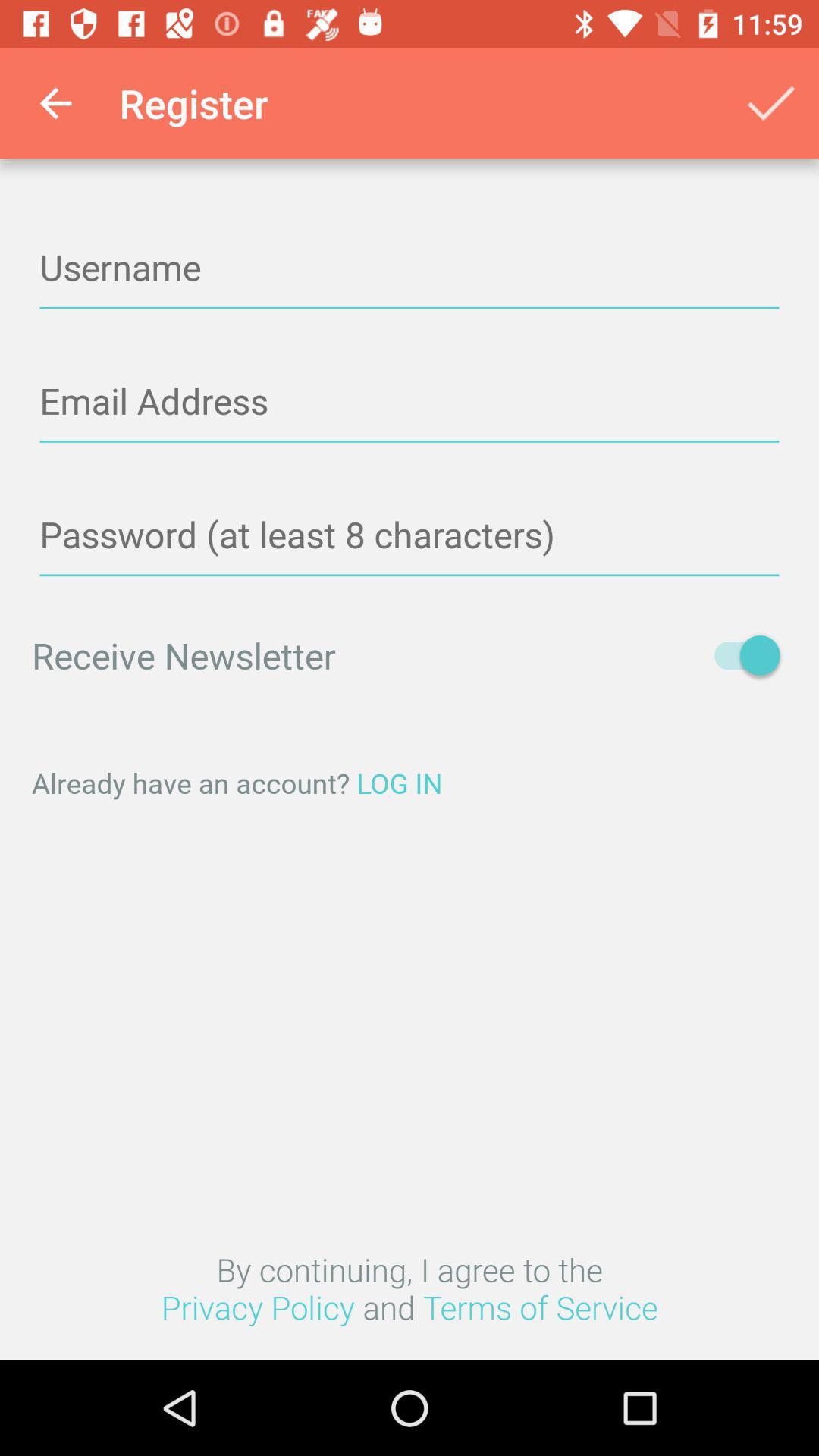 The image size is (819, 1456). What do you see at coordinates (739, 655) in the screenshot?
I see `switch on to receive newsletter` at bounding box center [739, 655].